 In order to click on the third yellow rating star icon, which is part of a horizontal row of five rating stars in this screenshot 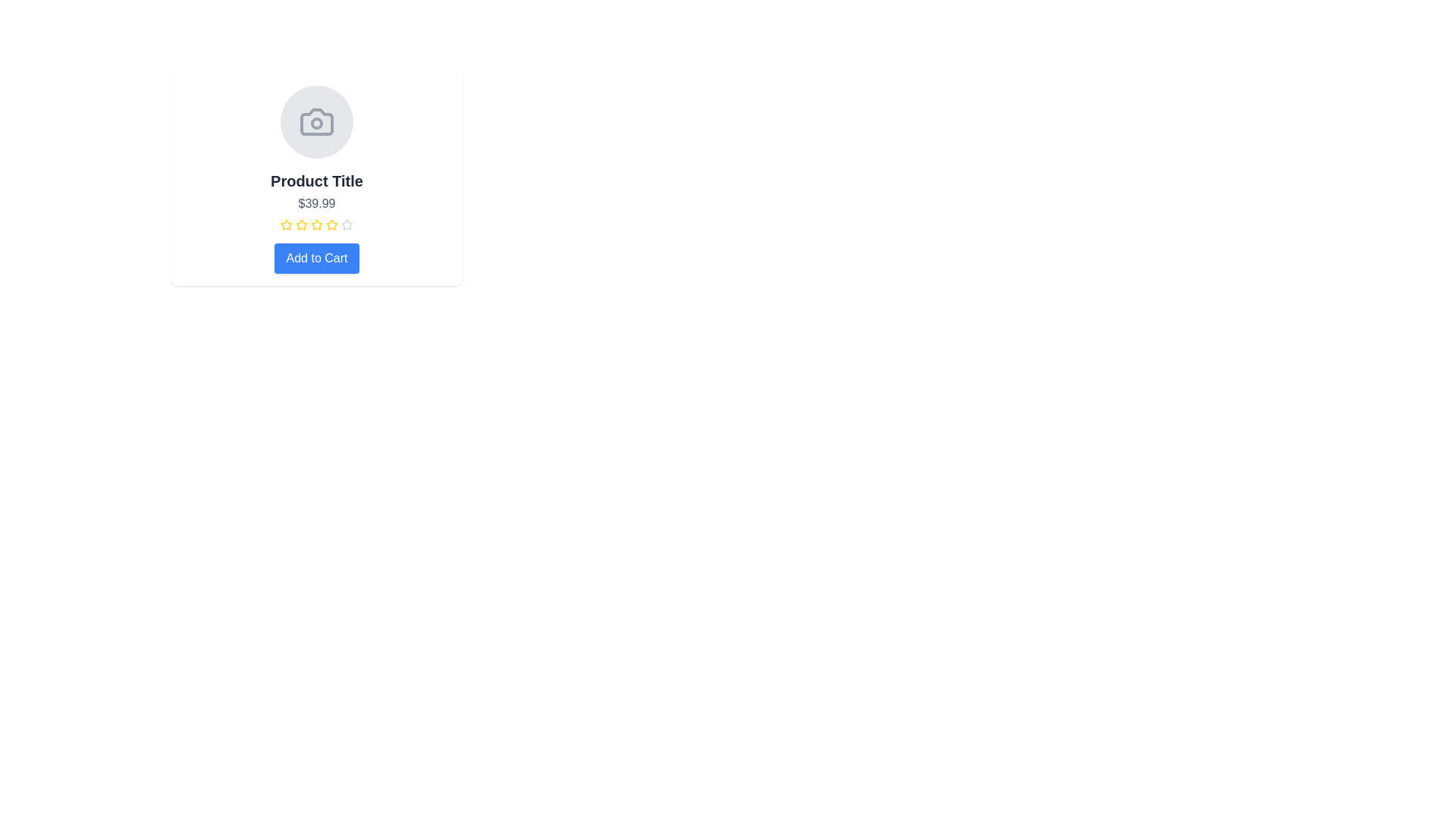, I will do `click(315, 224)`.